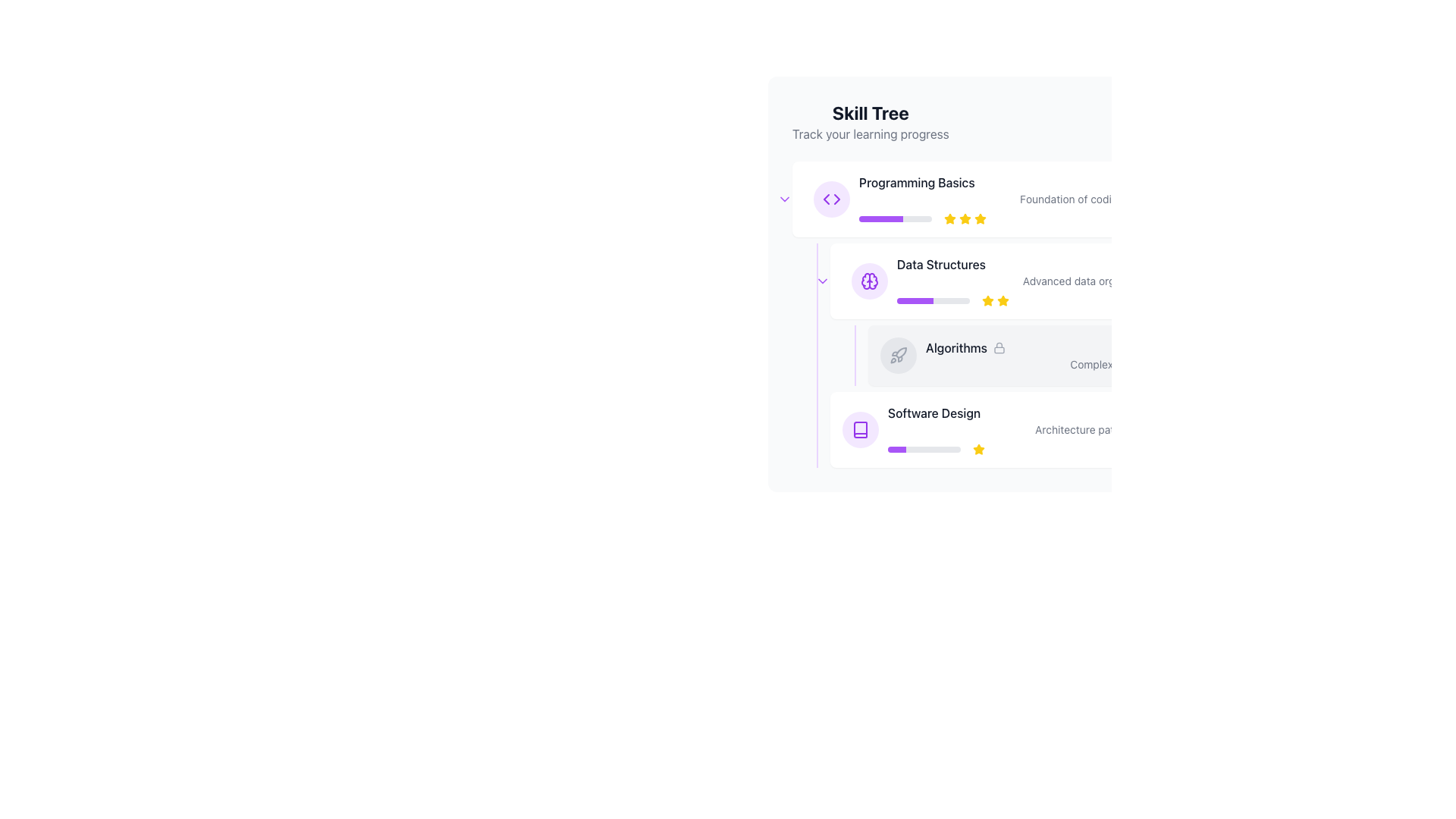 This screenshot has height=819, width=1456. I want to click on the 'Data Structures' text label, which serves as a section header in the skill tree interface, located below 'Programming Basics' and above 'Algorithms', so click(940, 263).